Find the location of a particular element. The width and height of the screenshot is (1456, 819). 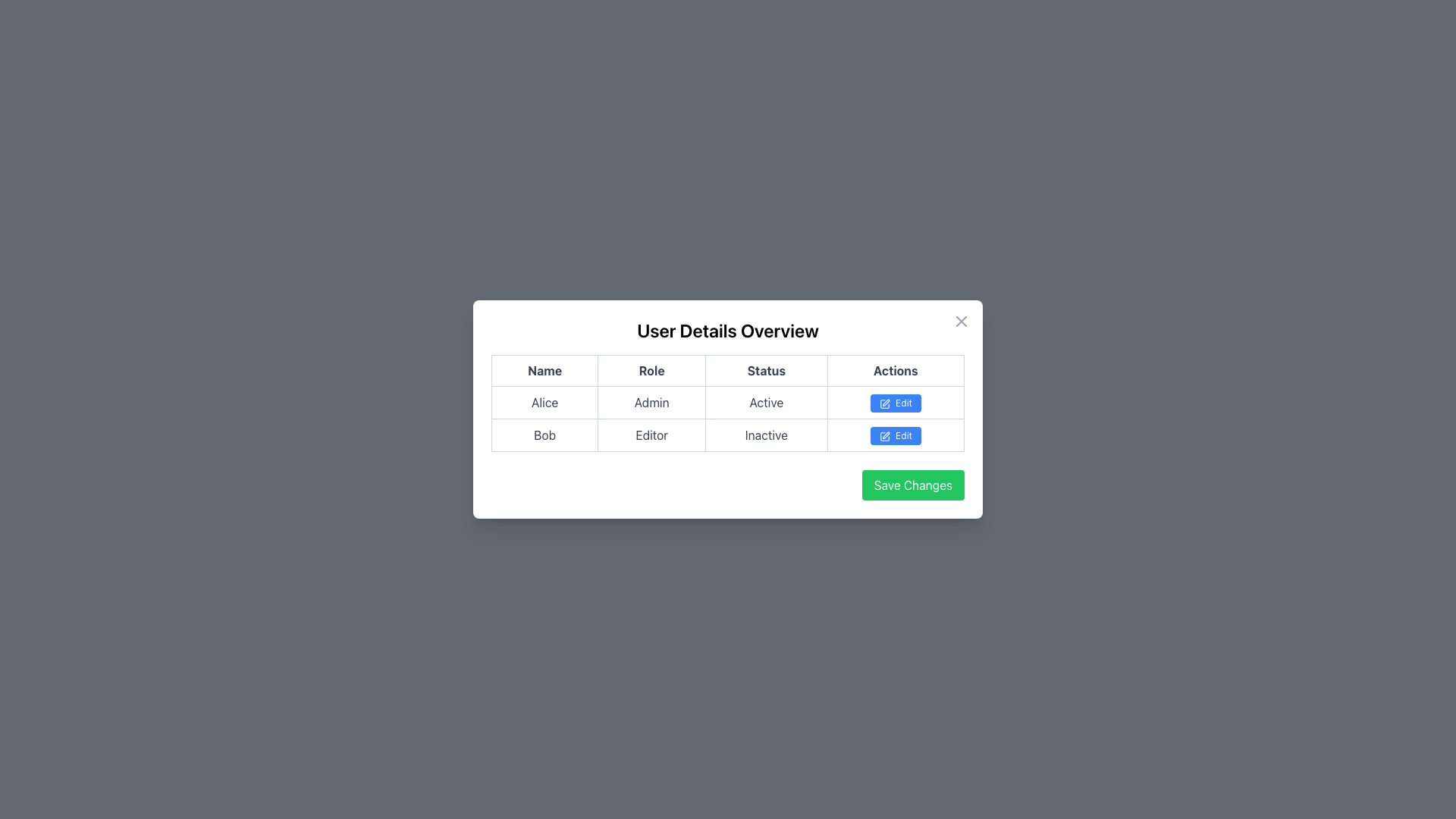

the text label displaying 'Inactive' in the second row, third column of the table for Bob's status is located at coordinates (766, 435).